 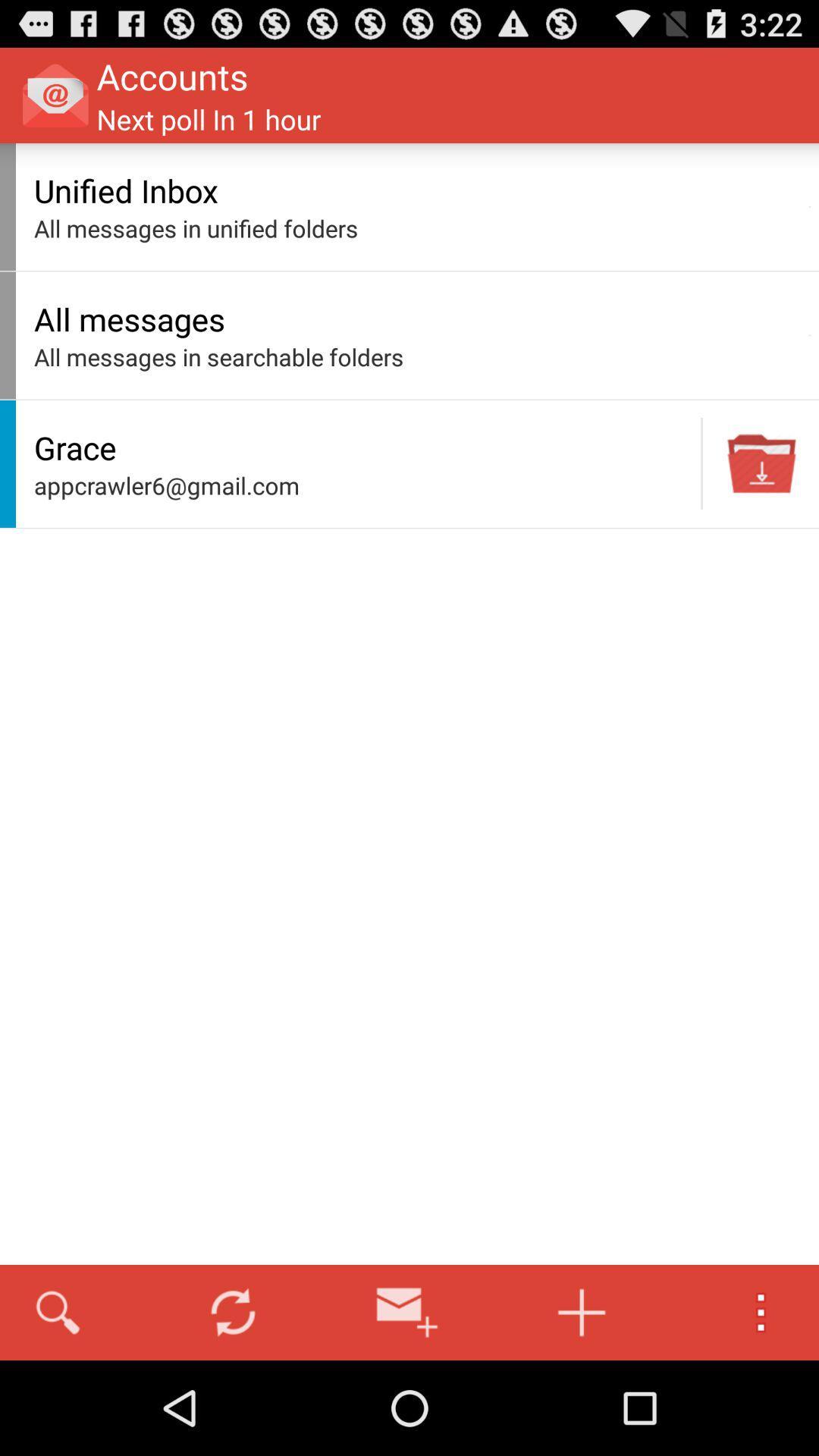 What do you see at coordinates (762, 463) in the screenshot?
I see `the download icon on the web page` at bounding box center [762, 463].